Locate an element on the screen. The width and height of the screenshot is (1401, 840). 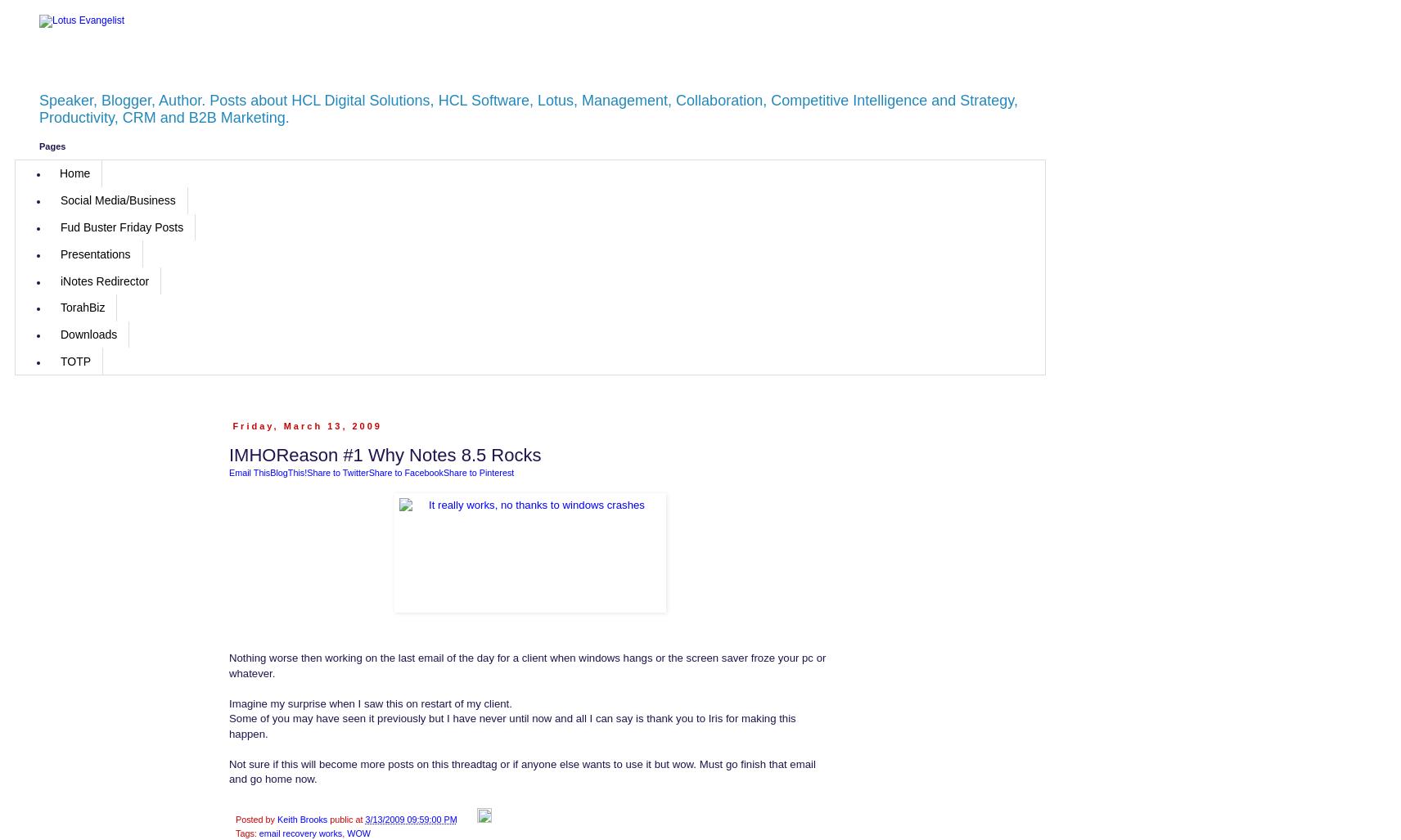
'Share to Twitter' is located at coordinates (337, 471).